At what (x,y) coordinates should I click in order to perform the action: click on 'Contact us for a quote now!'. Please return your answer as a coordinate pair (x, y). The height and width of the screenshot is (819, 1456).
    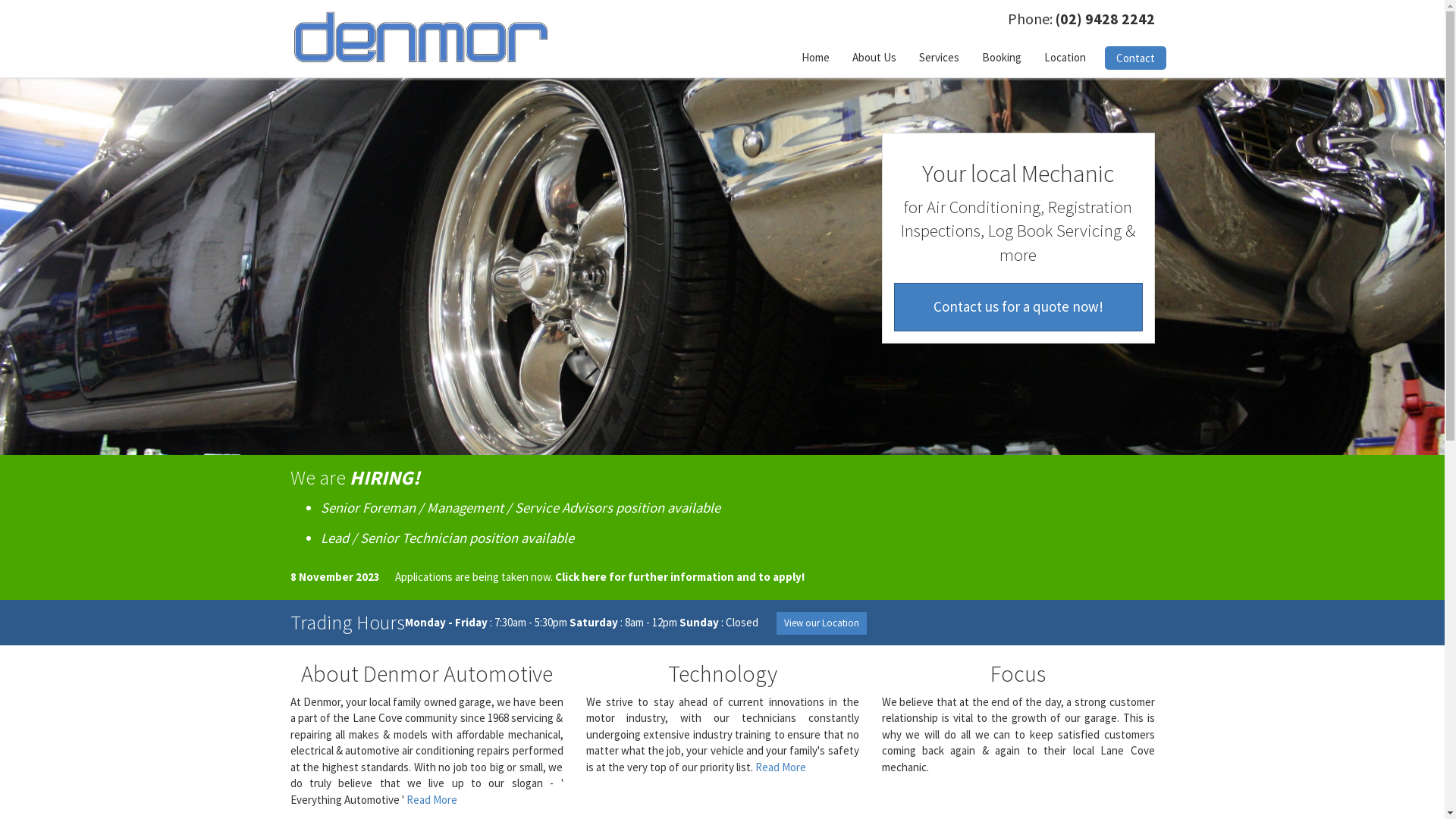
    Looking at the image, I should click on (1018, 306).